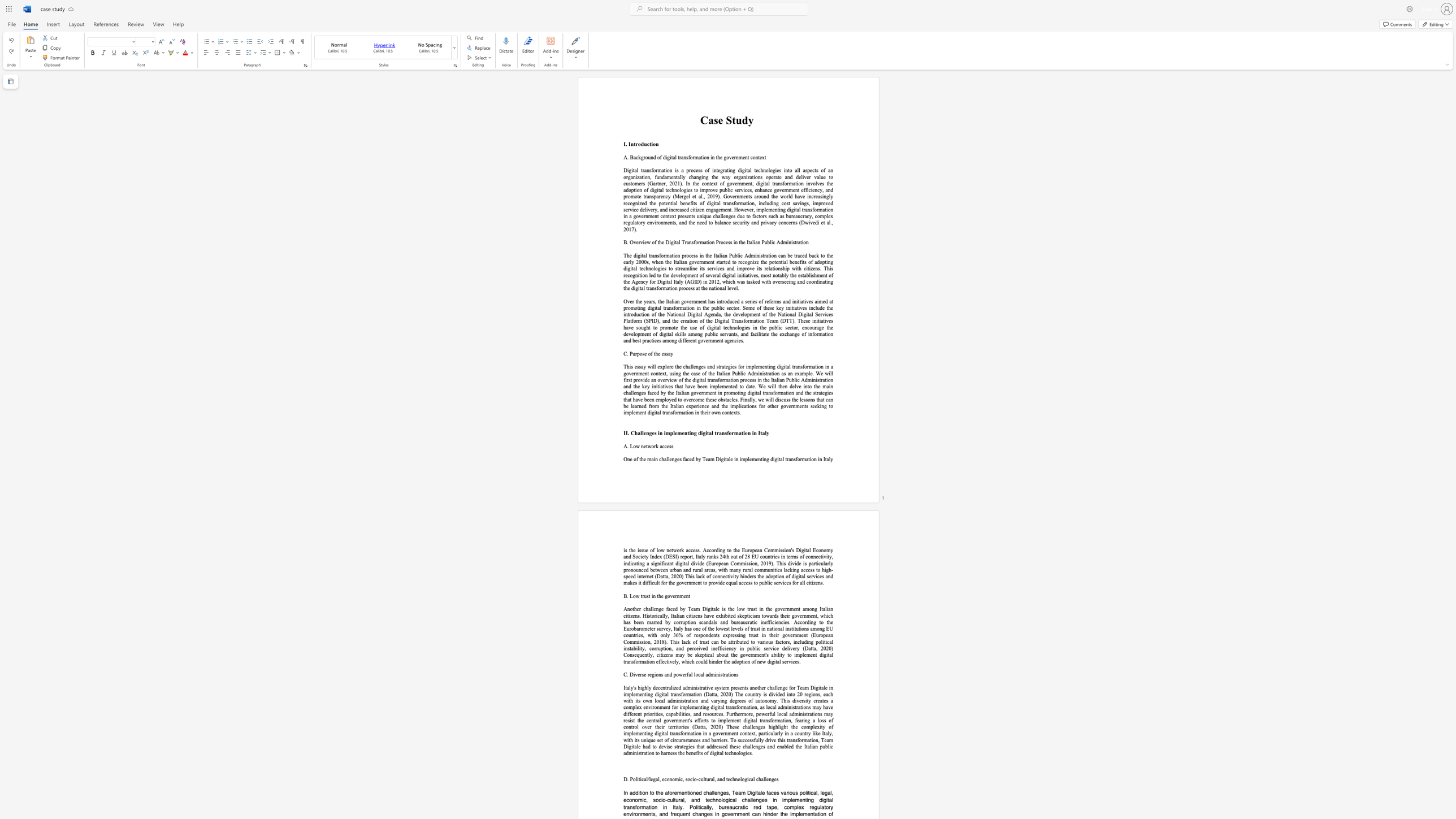 The height and width of the screenshot is (819, 1456). What do you see at coordinates (650, 144) in the screenshot?
I see `the subset text "io" within the text "I. Introduction"` at bounding box center [650, 144].